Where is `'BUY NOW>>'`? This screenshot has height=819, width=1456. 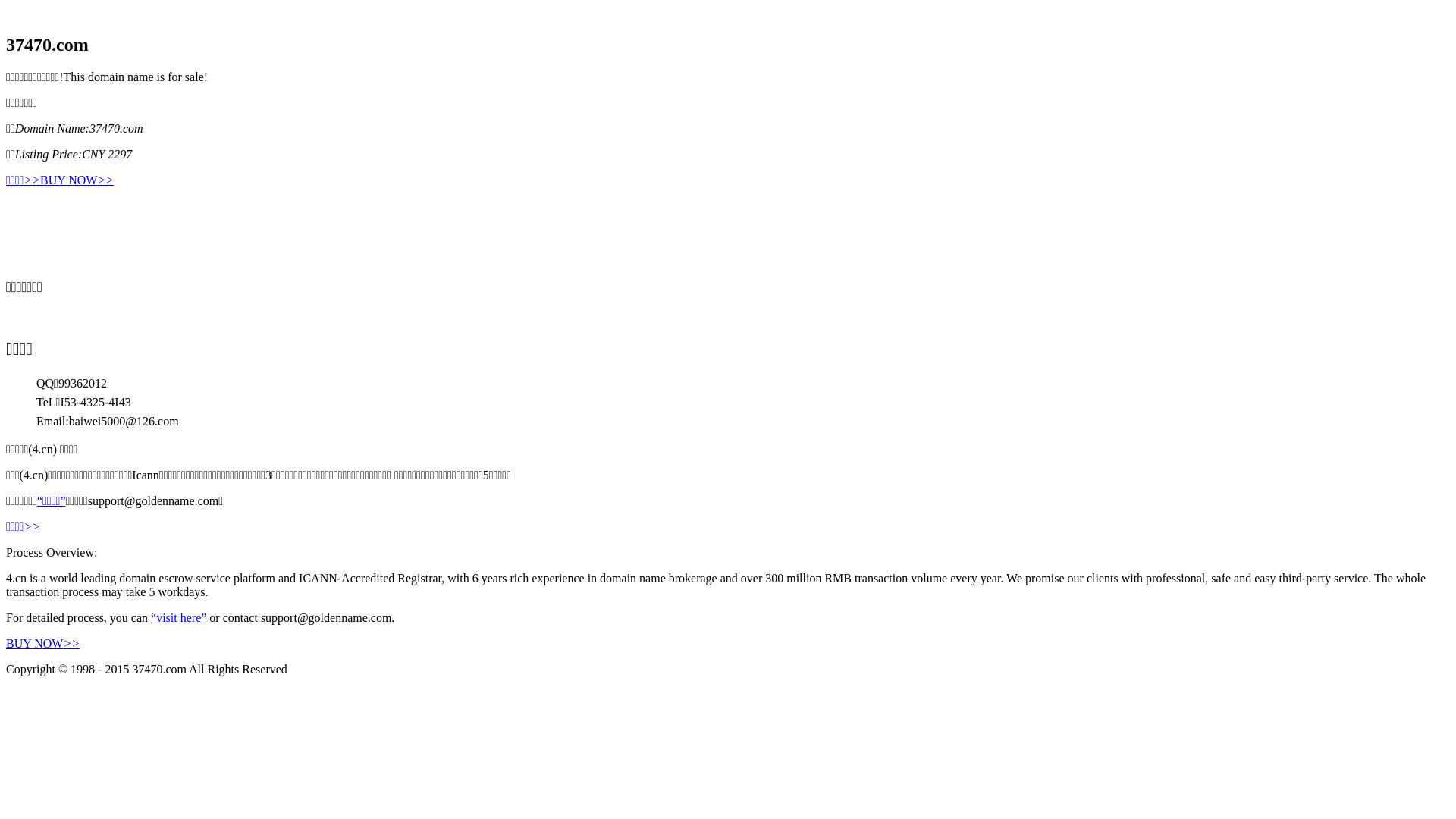 'BUY NOW>>' is located at coordinates (42, 643).